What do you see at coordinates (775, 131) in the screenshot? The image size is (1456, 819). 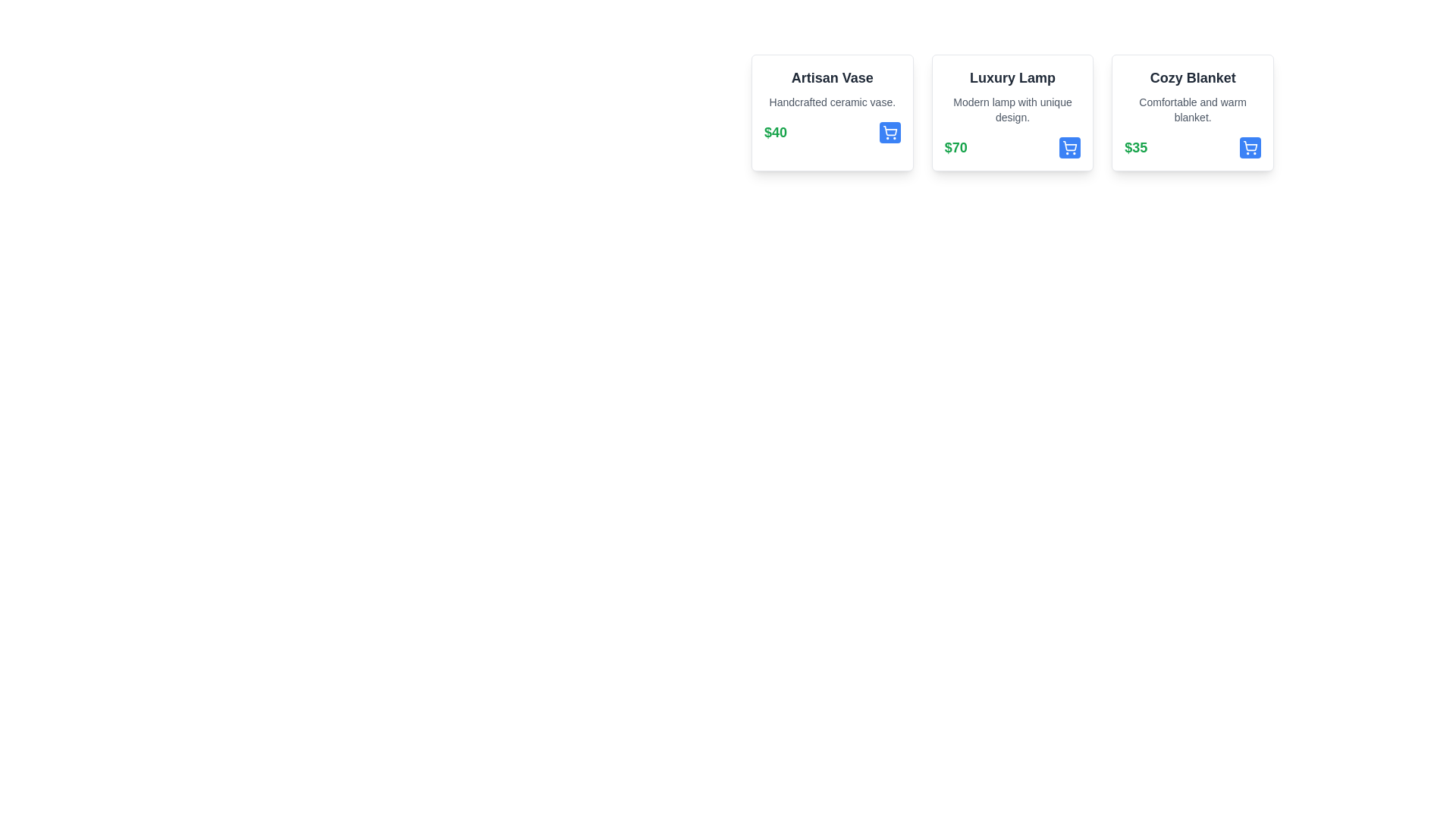 I see `the price text label located in the bottom portion of the leftmost card, which is immediately to the left of the shopping cart icon` at bounding box center [775, 131].